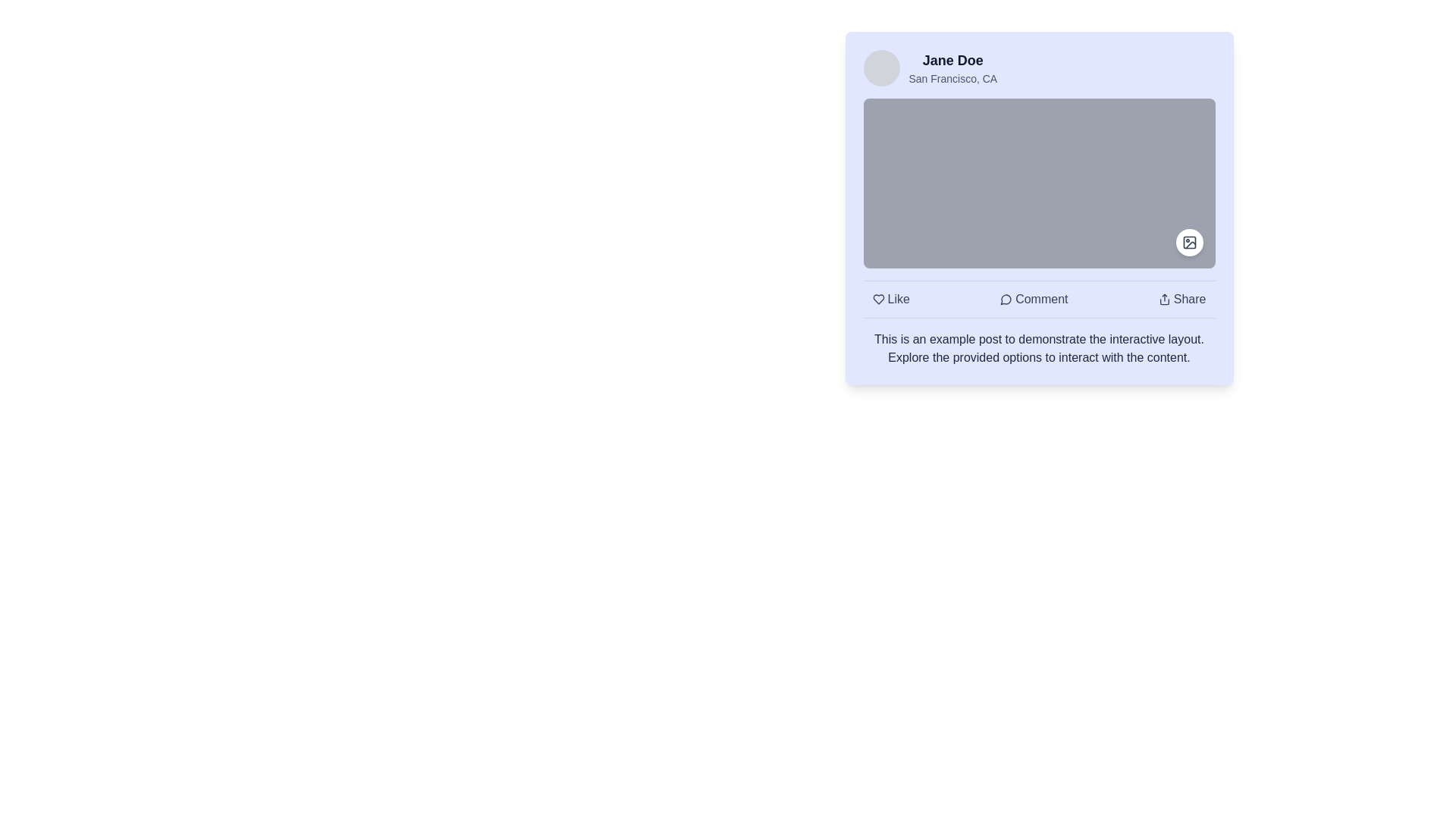 Image resolution: width=1456 pixels, height=819 pixels. What do you see at coordinates (952, 79) in the screenshot?
I see `the text label providing the location description 'San Francisco, CA', which is positioned directly below the sibling text 'Jane Doe'` at bounding box center [952, 79].